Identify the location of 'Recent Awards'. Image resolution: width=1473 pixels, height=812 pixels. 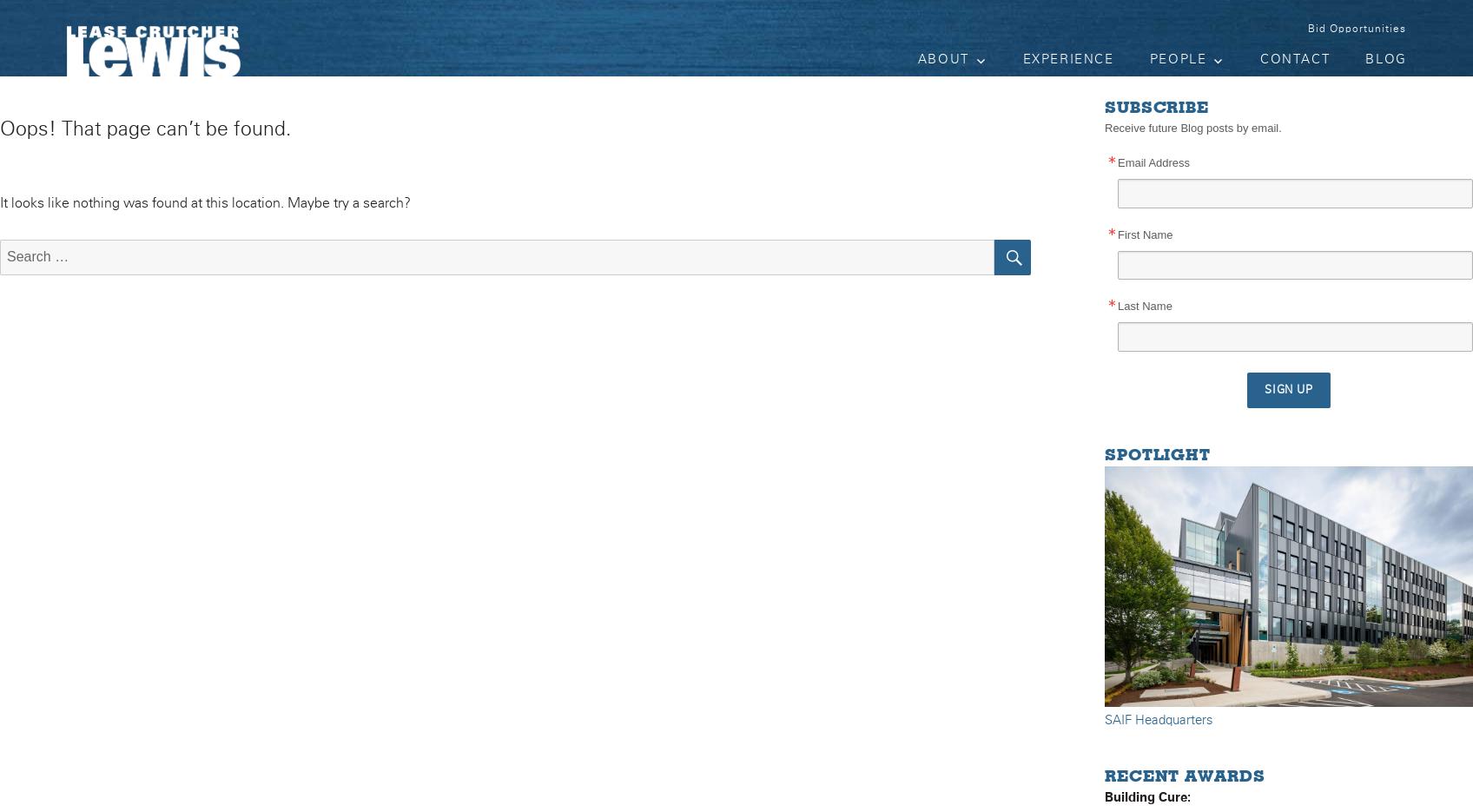
(1183, 776).